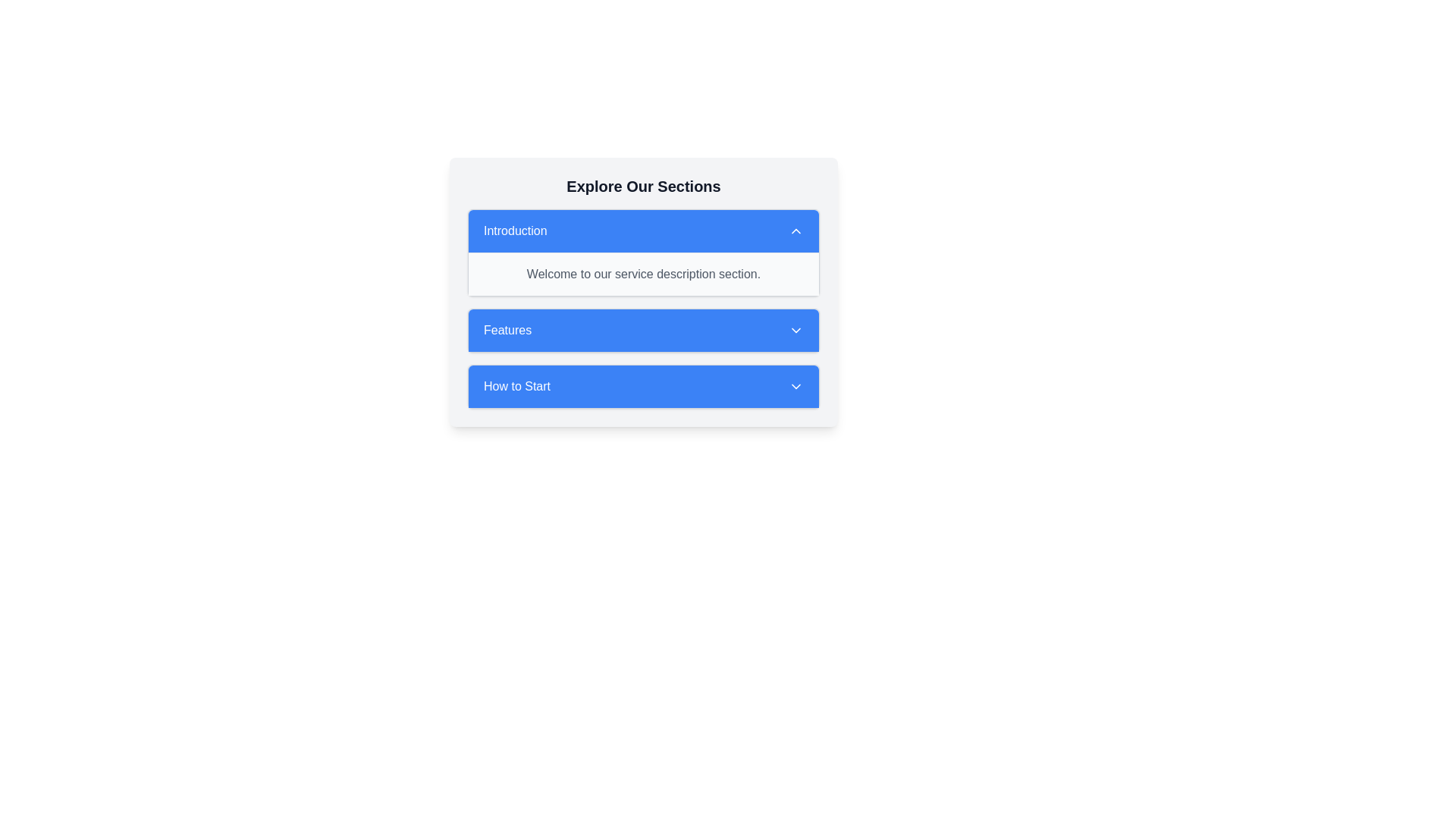 The image size is (1456, 819). Describe the element at coordinates (516, 385) in the screenshot. I see `the text label or heading located in the left portion of the header bar for the collapsible section labeled 'How to Start', which is adjacent to the arrow icon` at that location.